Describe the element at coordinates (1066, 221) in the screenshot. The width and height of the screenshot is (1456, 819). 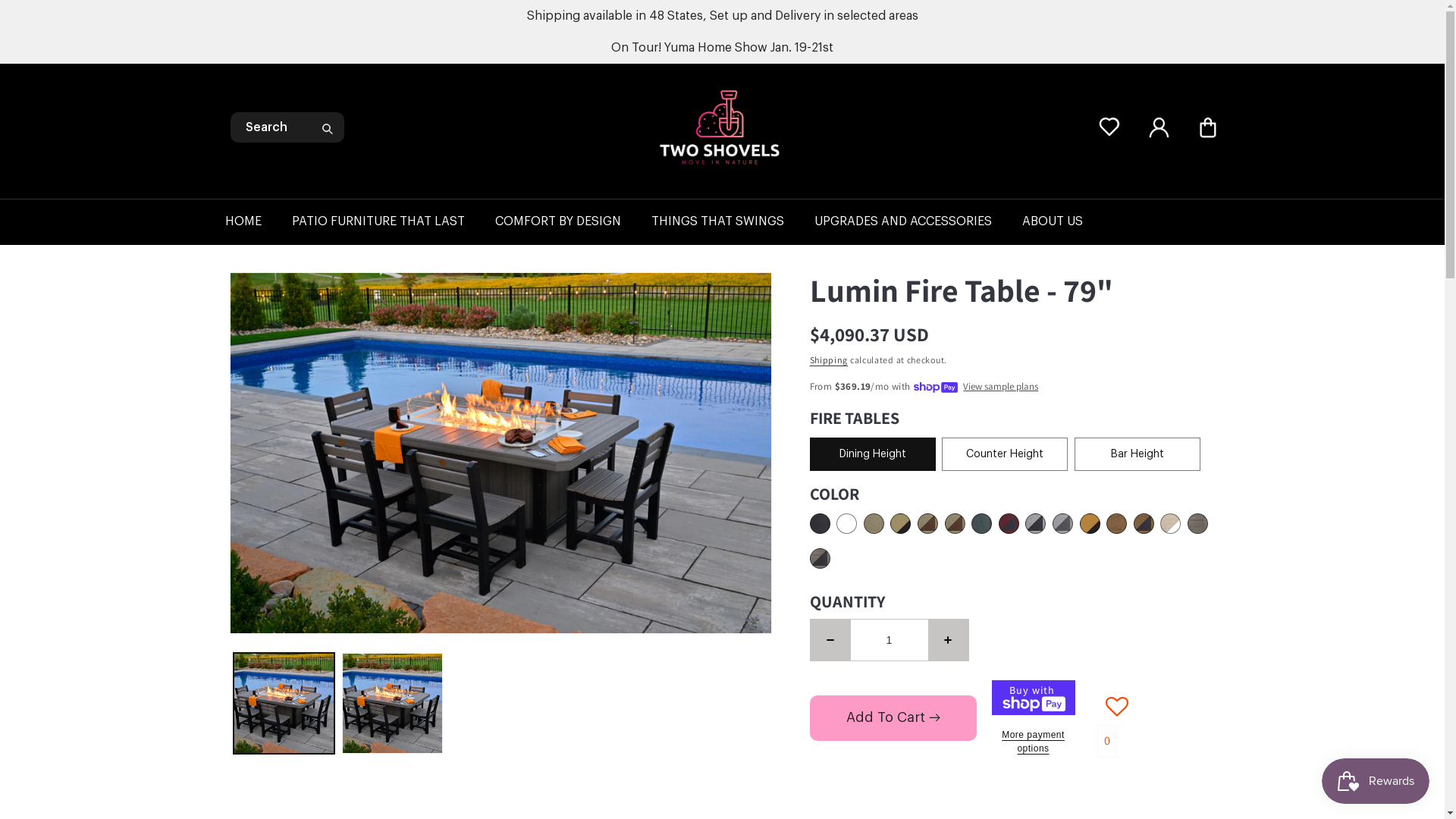
I see `'ABOUT US'` at that location.